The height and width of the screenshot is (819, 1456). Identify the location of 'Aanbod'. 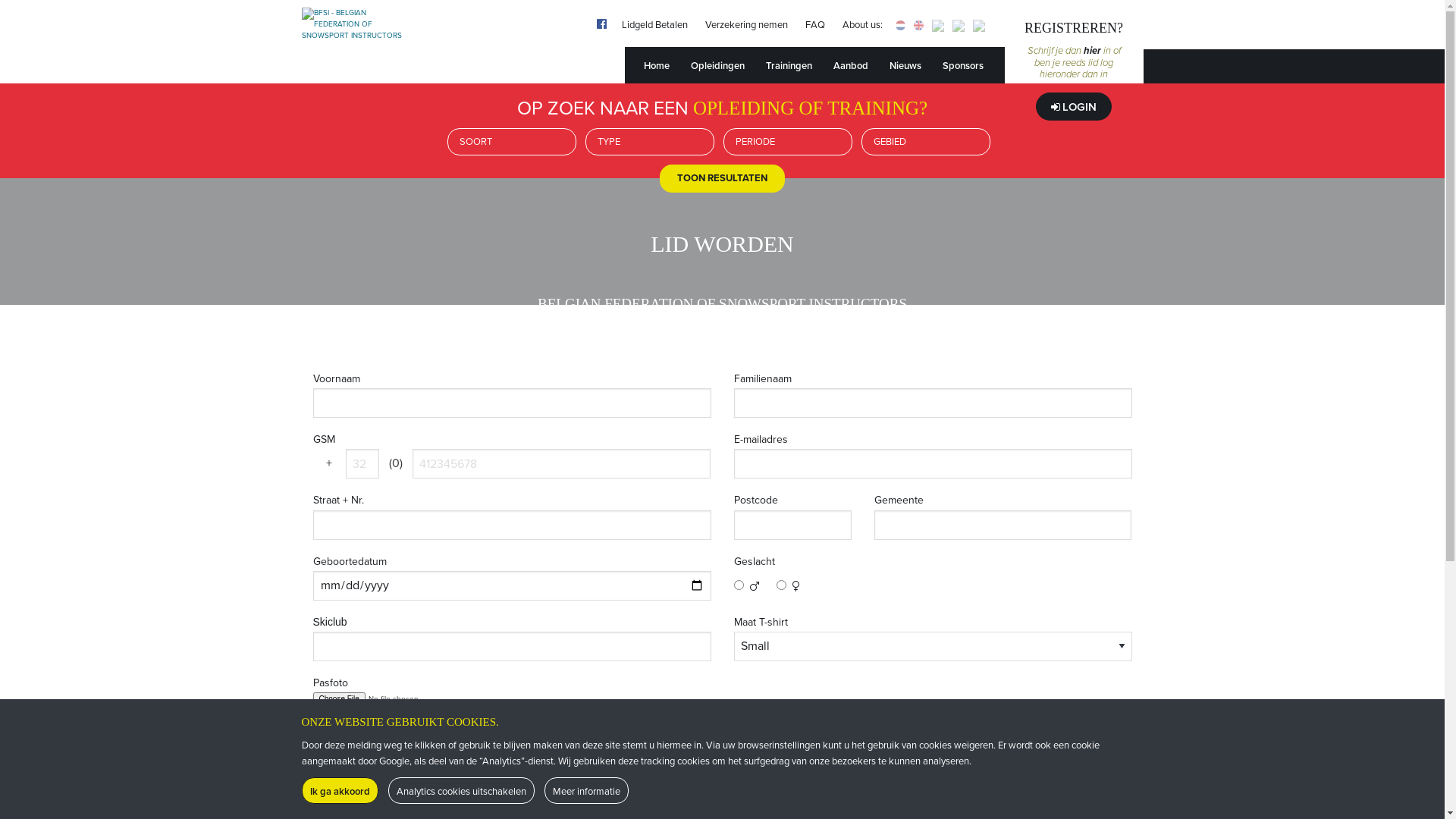
(859, 64).